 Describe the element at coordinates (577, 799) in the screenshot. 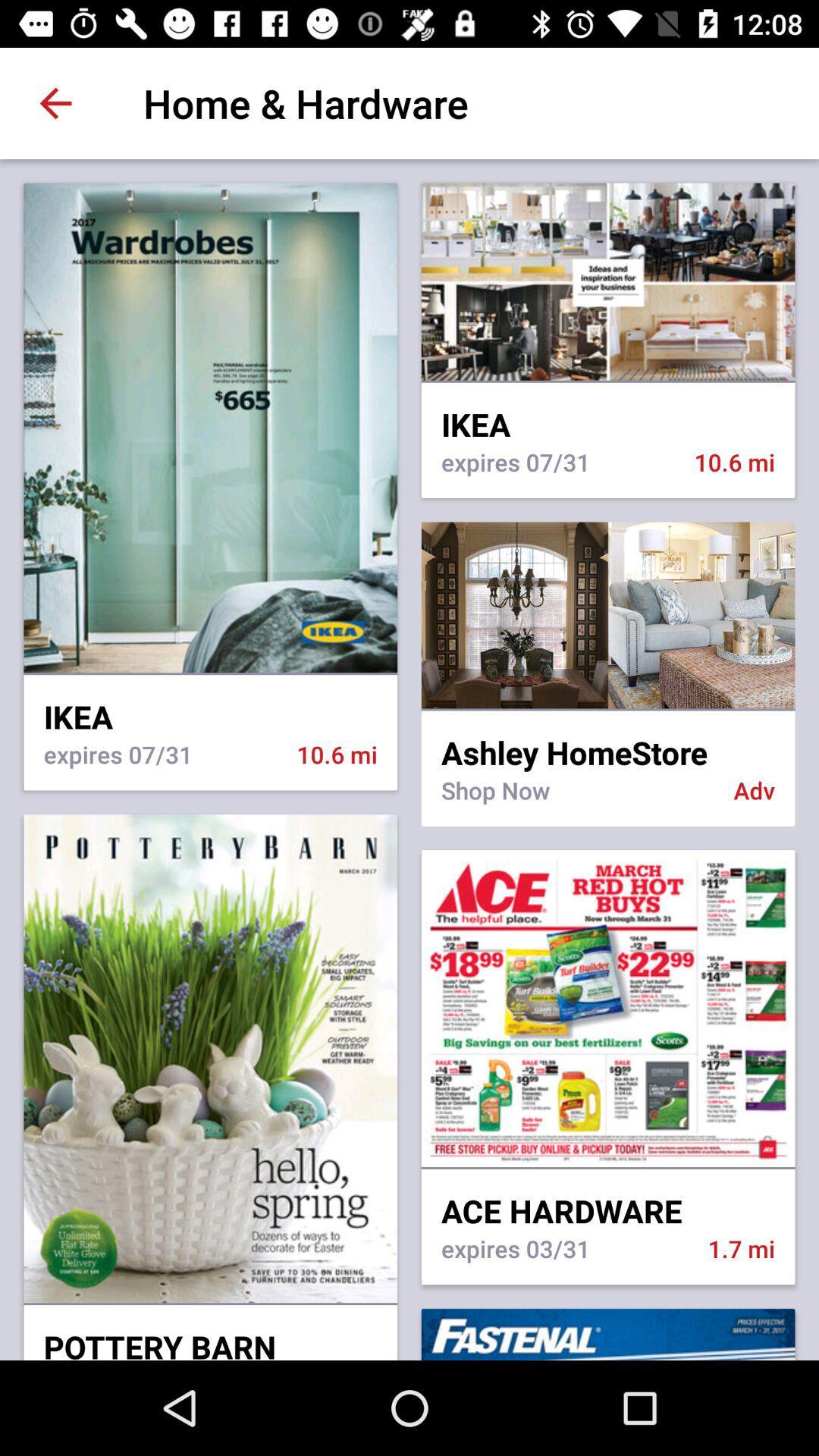

I see `the icon below ashley homestore` at that location.